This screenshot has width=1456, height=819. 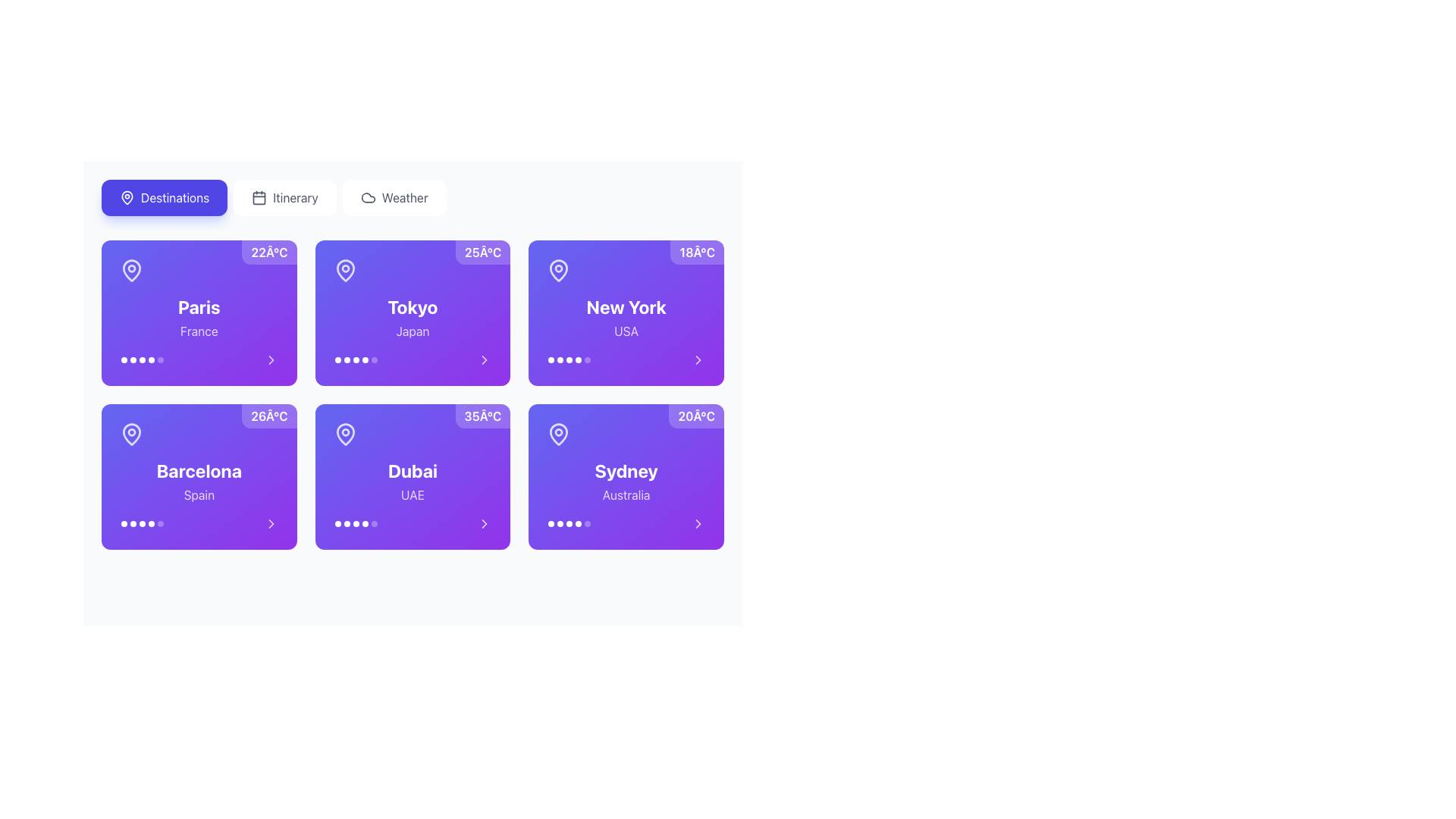 I want to click on the rounded rectangle icon within the calendar-like graphic, which is centered between the 'Destinations' and 'Weather' icons in the header, so click(x=259, y=197).